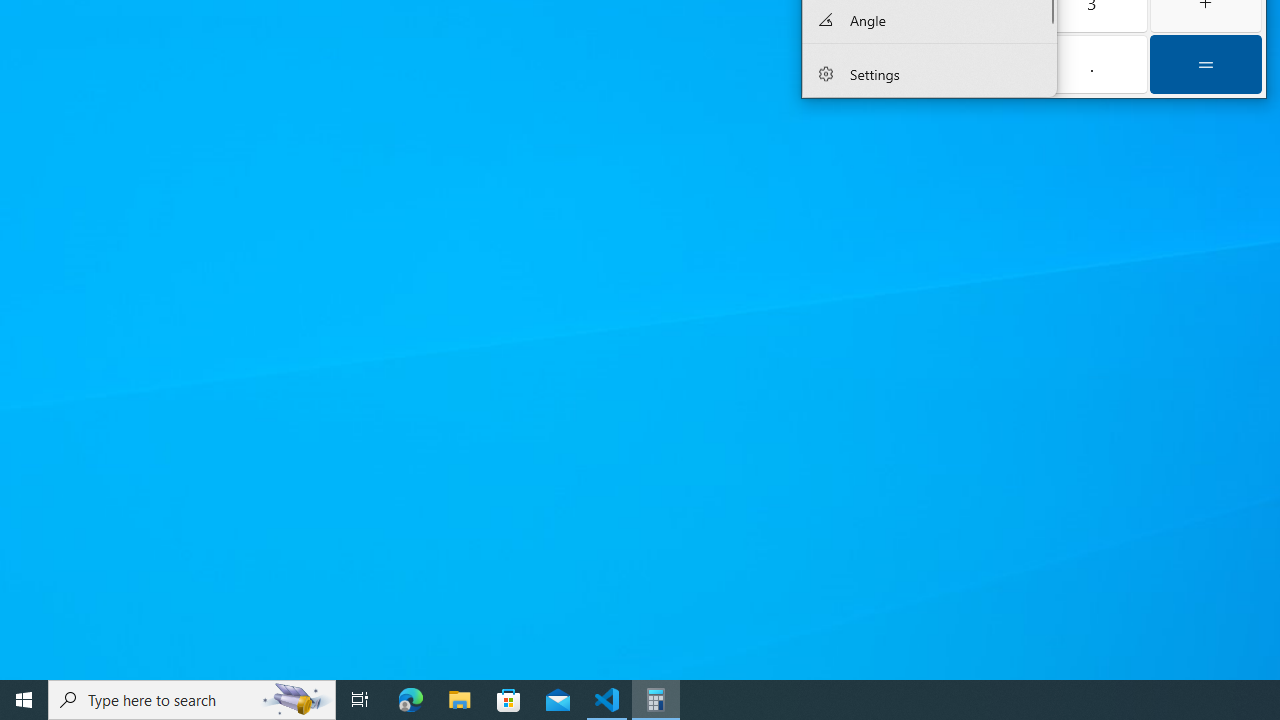 This screenshot has width=1280, height=720. Describe the element at coordinates (928, 20) in the screenshot. I see `'Angle Converter'` at that location.